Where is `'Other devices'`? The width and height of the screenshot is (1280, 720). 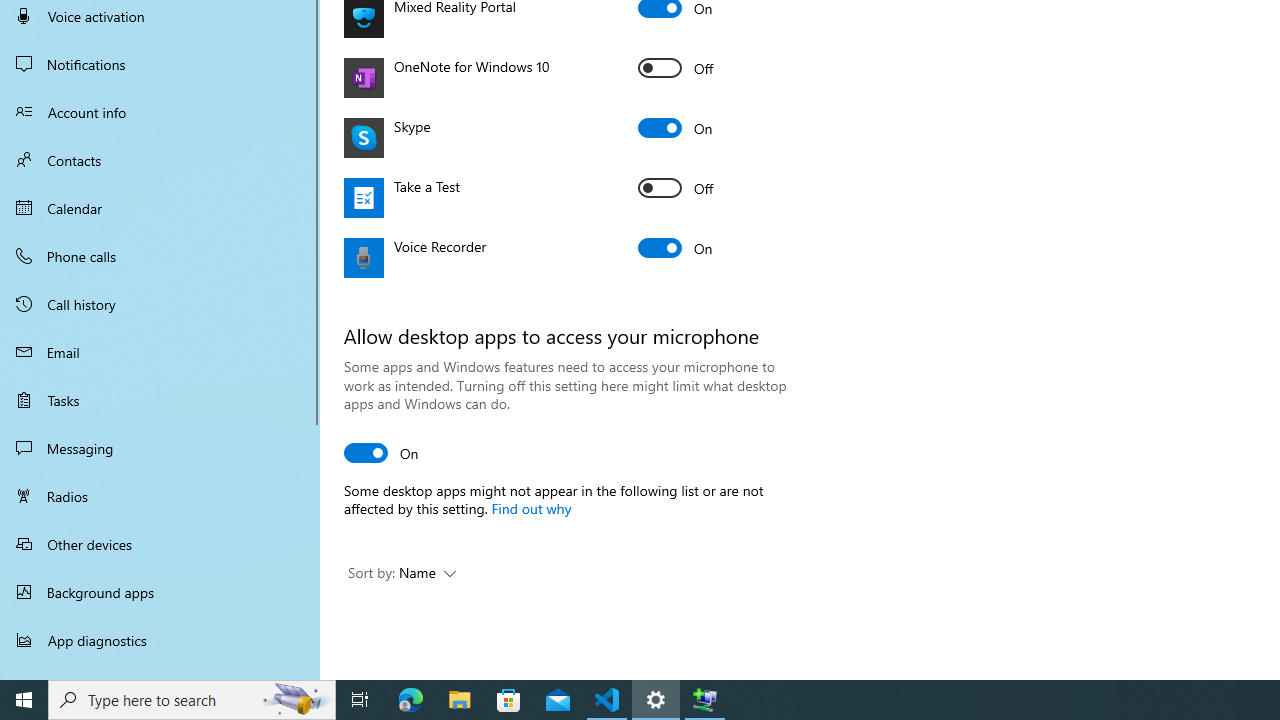
'Other devices' is located at coordinates (160, 543).